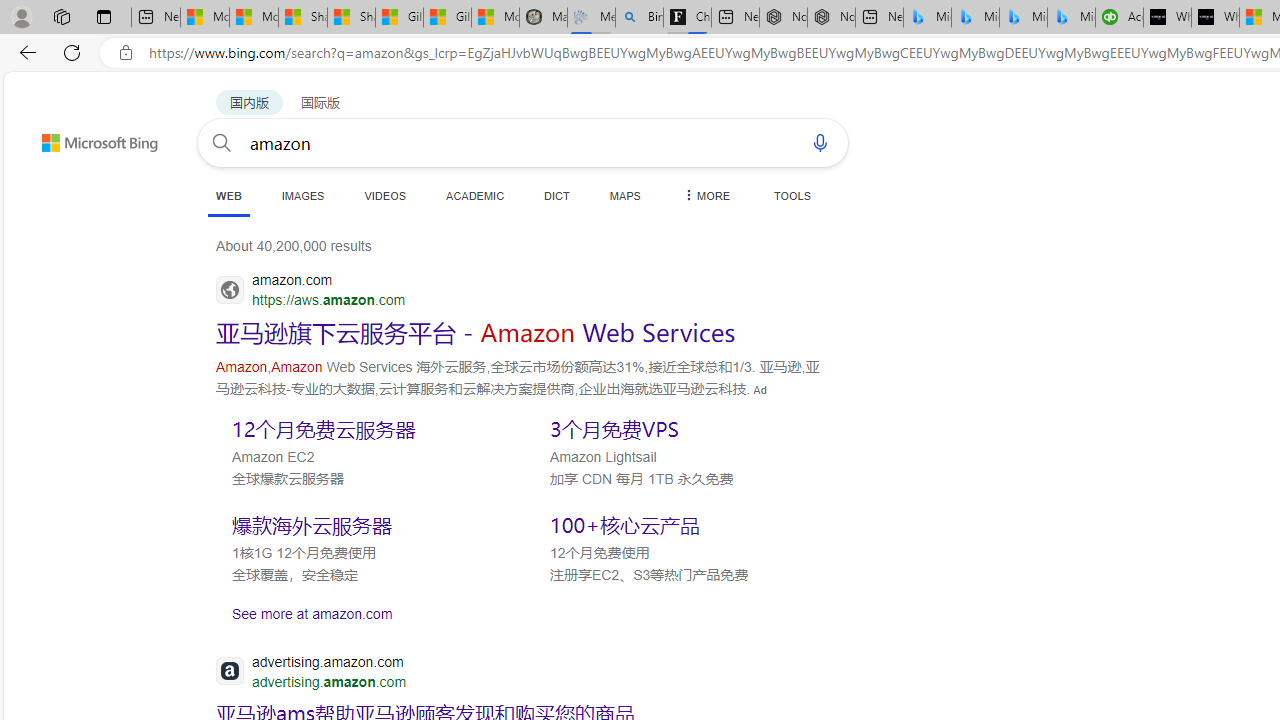 The image size is (1280, 720). Describe the element at coordinates (86, 137) in the screenshot. I see `'Back to Bing search'` at that location.